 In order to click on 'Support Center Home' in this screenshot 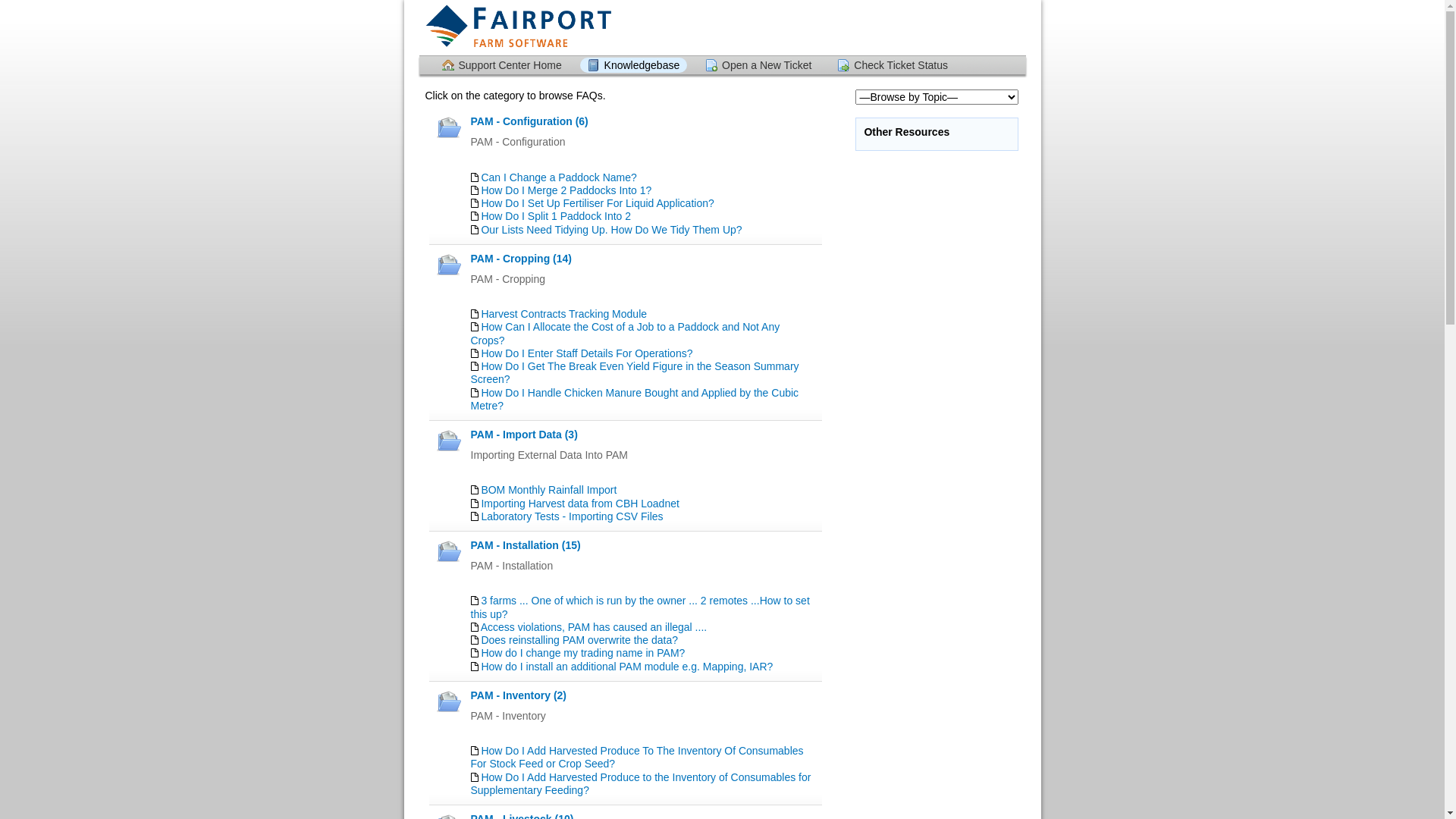, I will do `click(432, 64)`.